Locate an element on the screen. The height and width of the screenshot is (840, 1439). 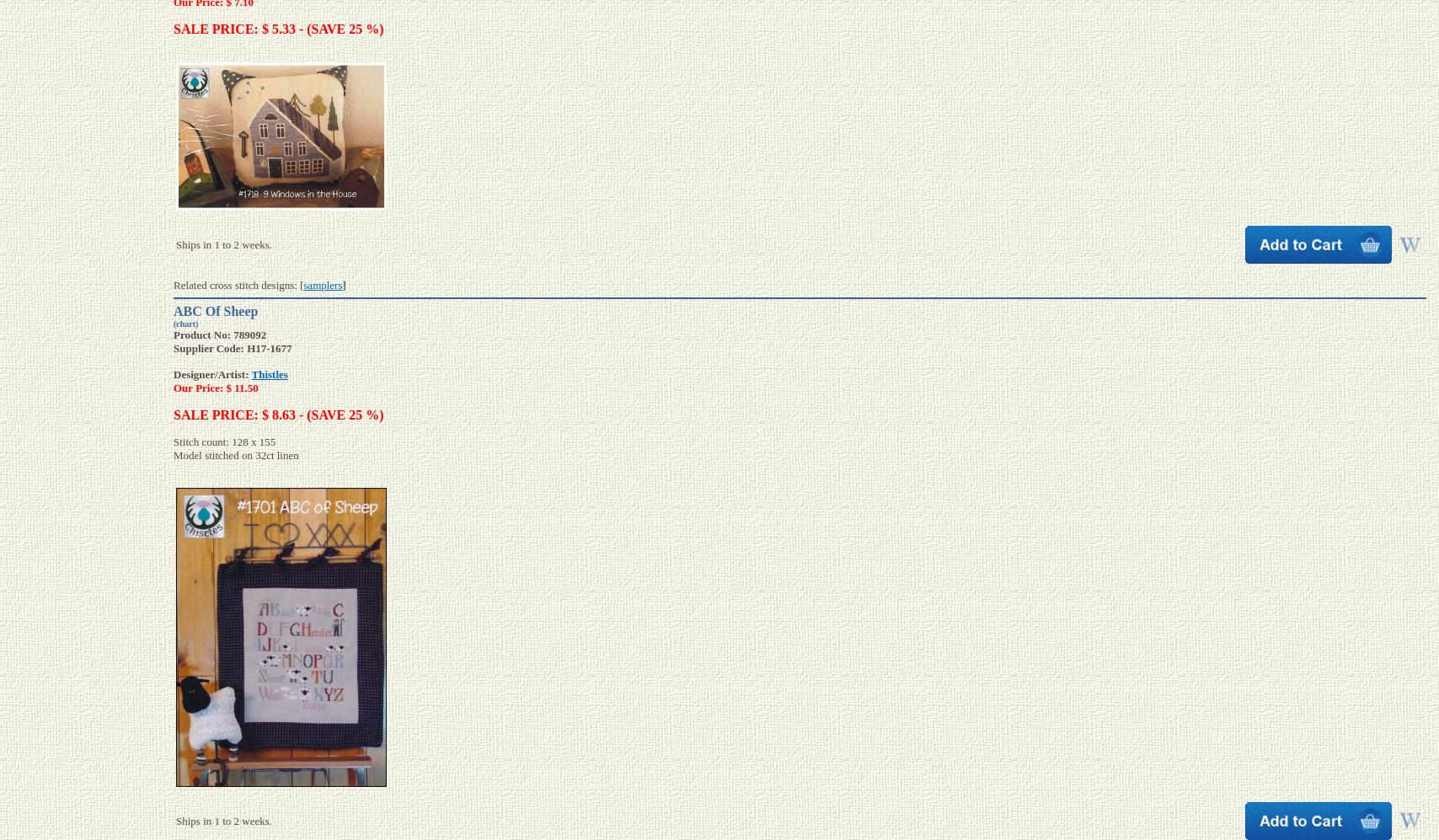
']' is located at coordinates (344, 284).